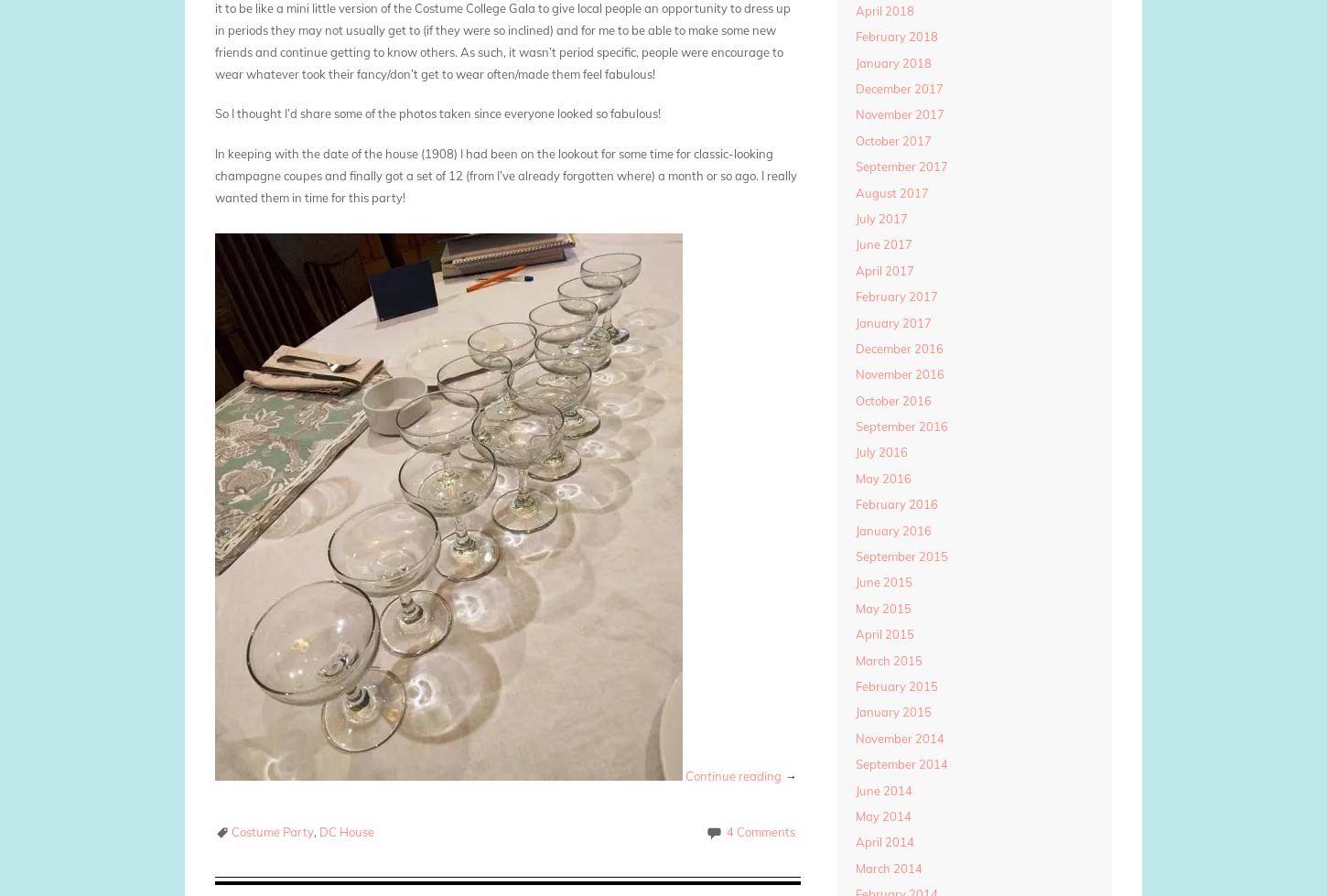 The height and width of the screenshot is (896, 1327). What do you see at coordinates (892, 140) in the screenshot?
I see `'October 2017'` at bounding box center [892, 140].